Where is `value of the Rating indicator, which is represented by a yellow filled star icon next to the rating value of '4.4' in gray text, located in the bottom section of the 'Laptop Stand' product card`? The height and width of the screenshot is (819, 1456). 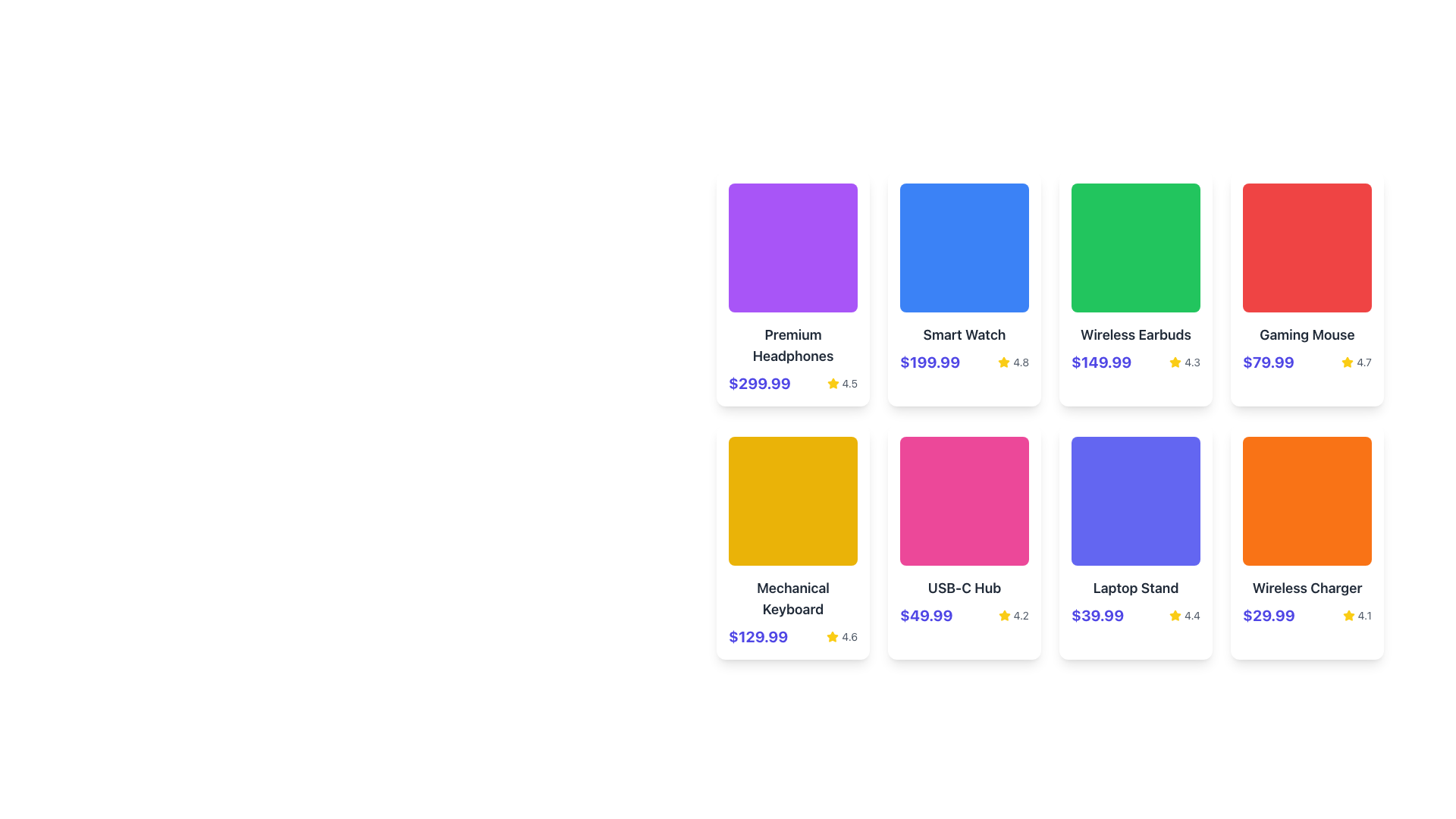
value of the Rating indicator, which is represented by a yellow filled star icon next to the rating value of '4.4' in gray text, located in the bottom section of the 'Laptop Stand' product card is located at coordinates (1184, 616).